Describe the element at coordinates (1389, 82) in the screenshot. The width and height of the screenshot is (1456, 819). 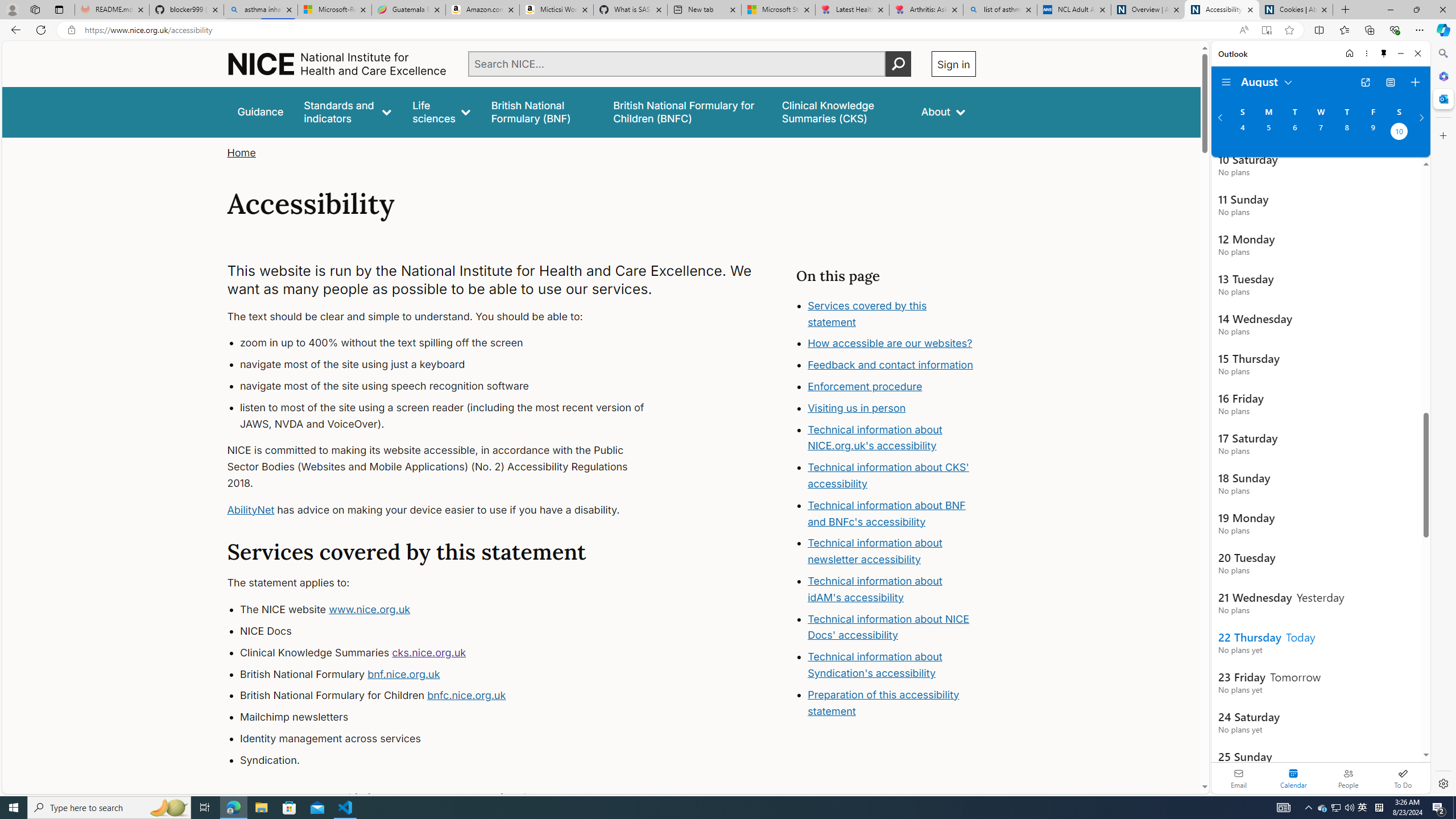
I see `'View Switcher. Current view is Agenda view'` at that location.